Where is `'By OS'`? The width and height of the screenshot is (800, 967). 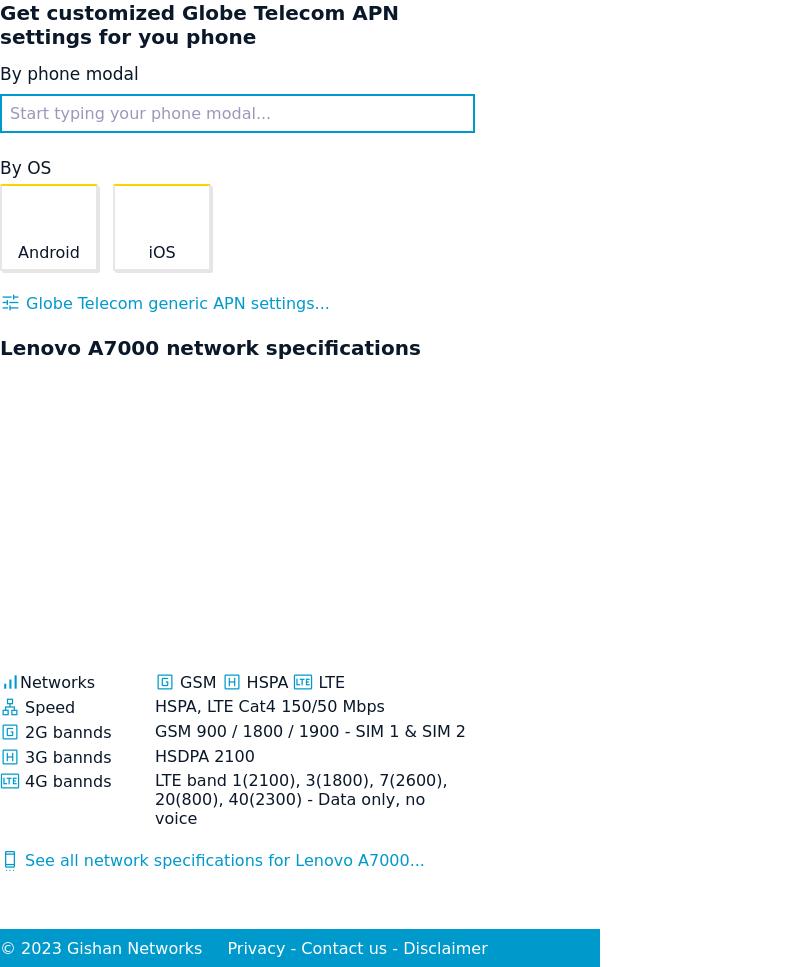
'By OS' is located at coordinates (25, 167).